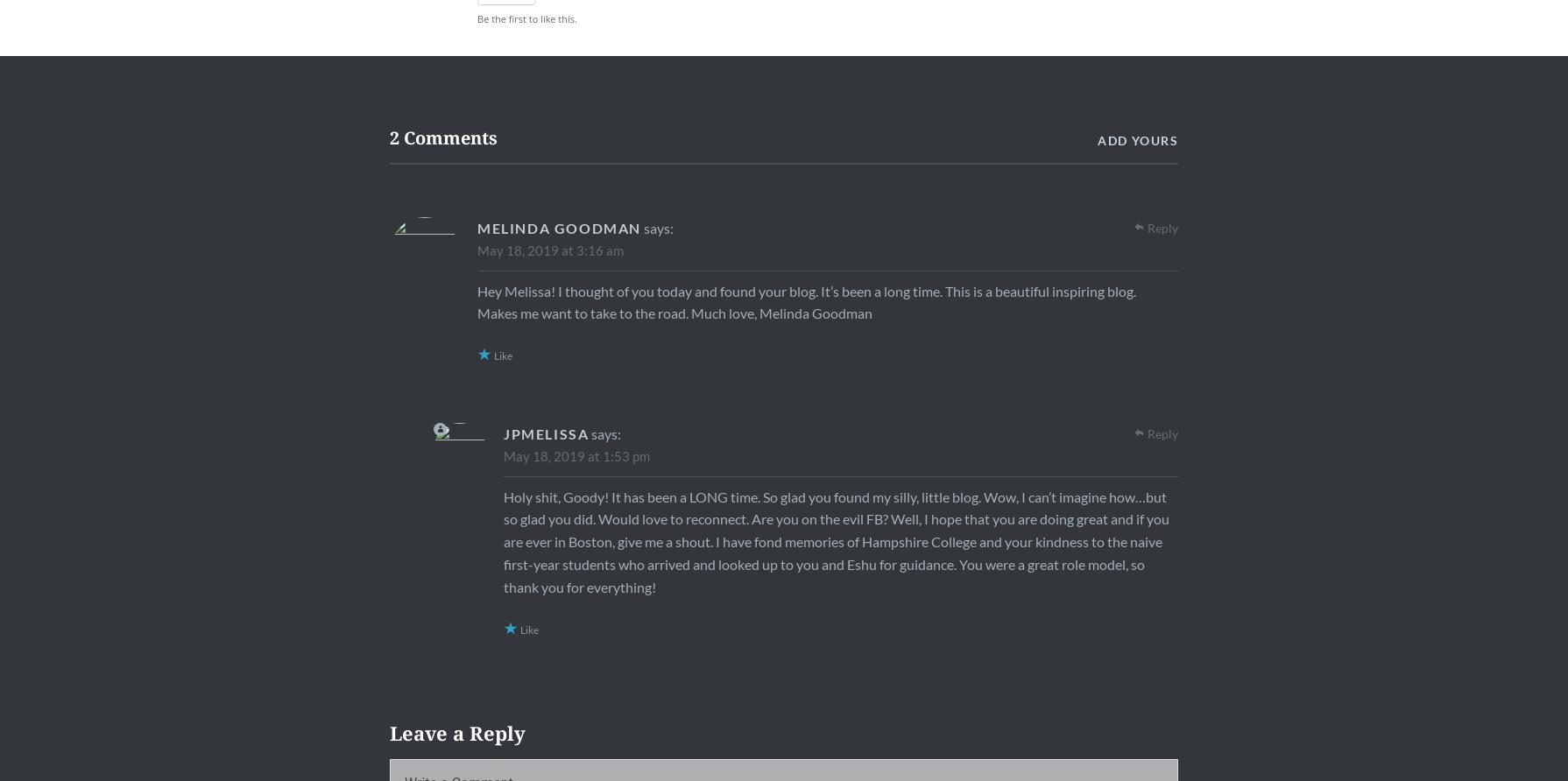  Describe the element at coordinates (502, 540) in the screenshot. I see `'Holy shit, Goody!  It has been a LONG time.  So glad you found my silly, little blog.  Wow, I can’t imagine how…but so glad you did.  Would love to reconnect.  Are you on the evil FB?  Well, I hope that you are doing great and if you are ever in Boston, give me a shout.  I have fond memories of Hampshire College and your kindness to the naive first-year students who arrived and looked up to you and Eshu for guidance. You were a great role model, so thank you for everything!'` at that location.